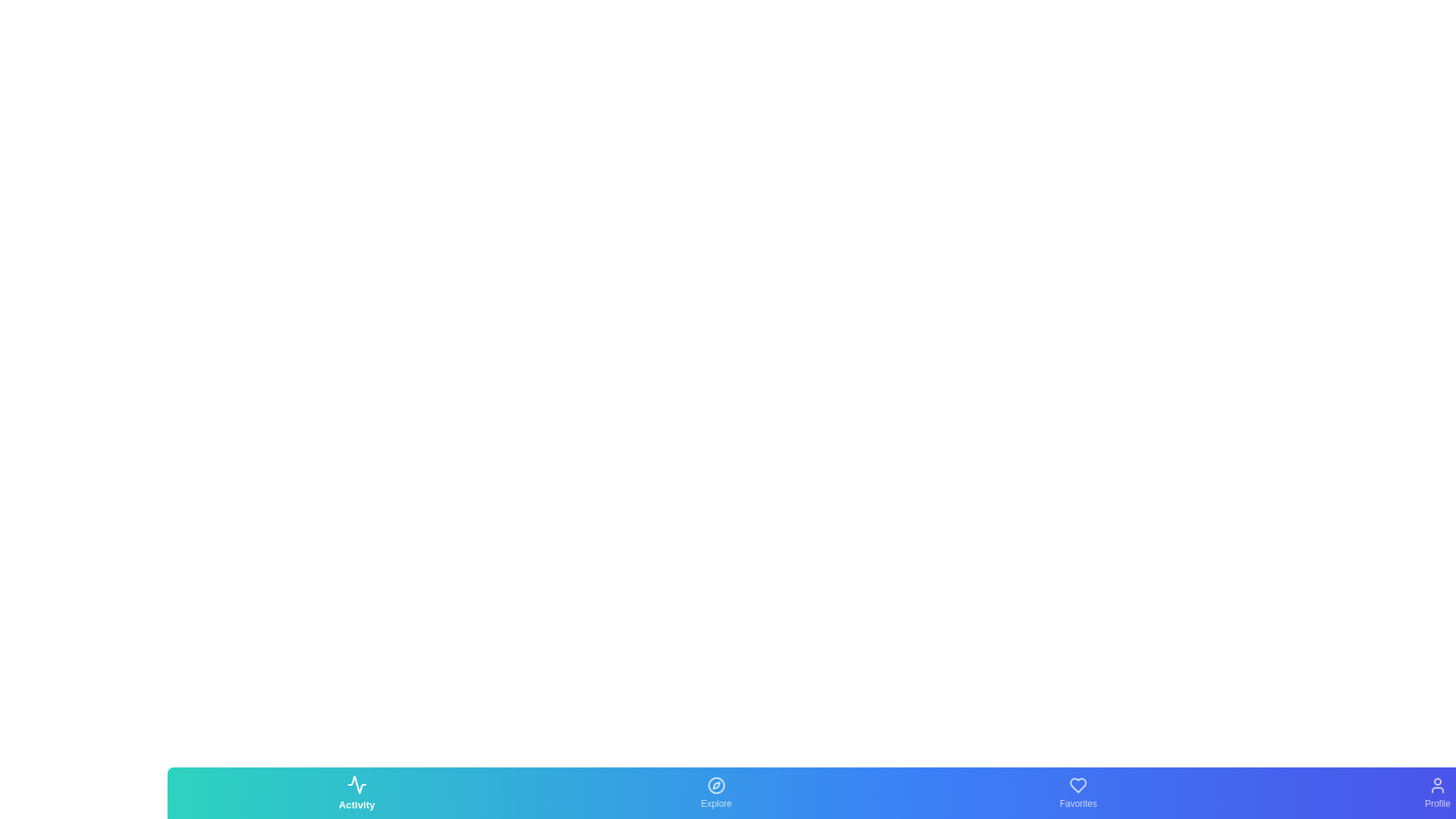  Describe the element at coordinates (1436, 792) in the screenshot. I see `the Profile tab by clicking on its corresponding button` at that location.